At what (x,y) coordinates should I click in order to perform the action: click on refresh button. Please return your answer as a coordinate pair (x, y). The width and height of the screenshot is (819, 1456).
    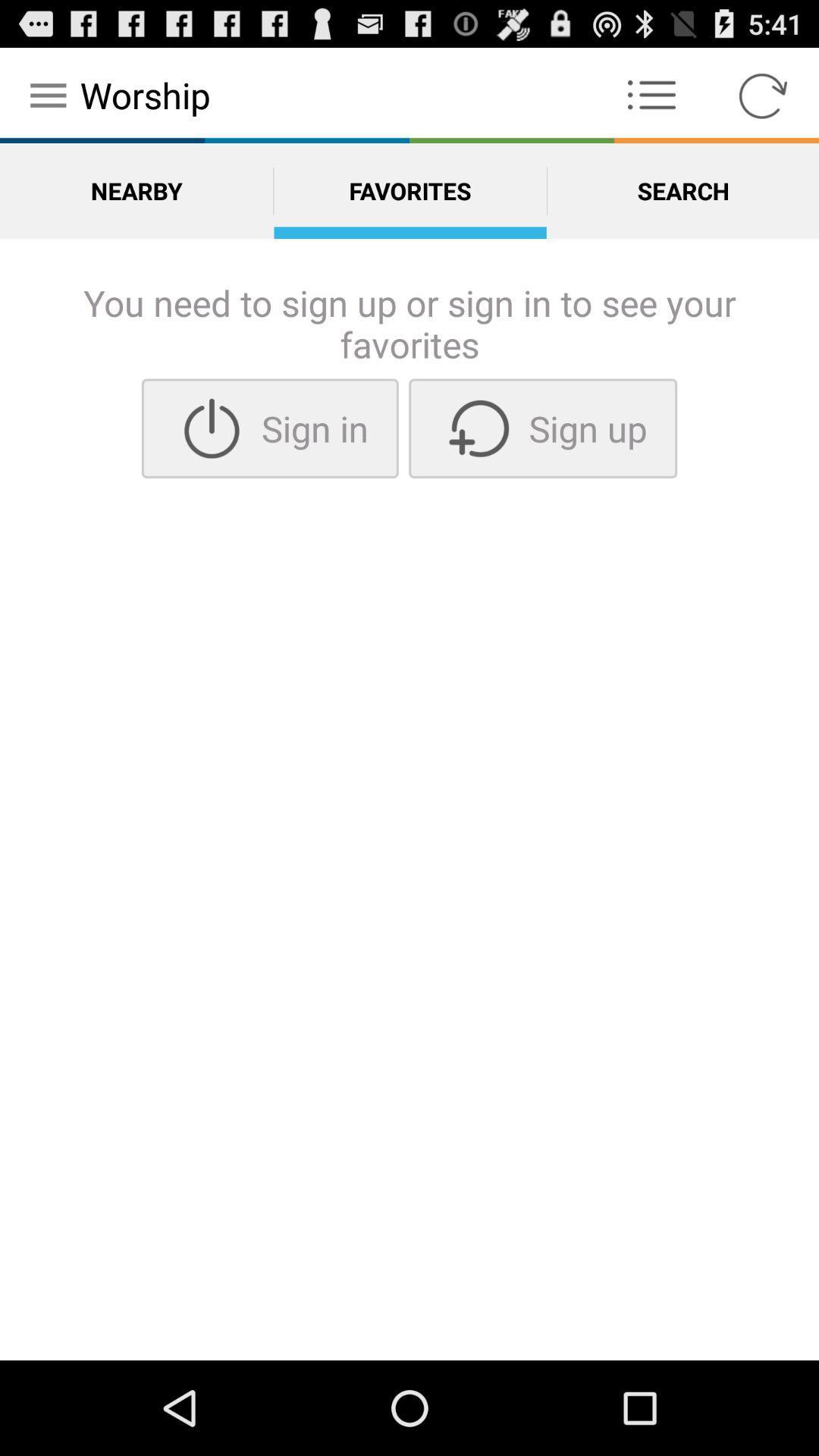
    Looking at the image, I should click on (763, 94).